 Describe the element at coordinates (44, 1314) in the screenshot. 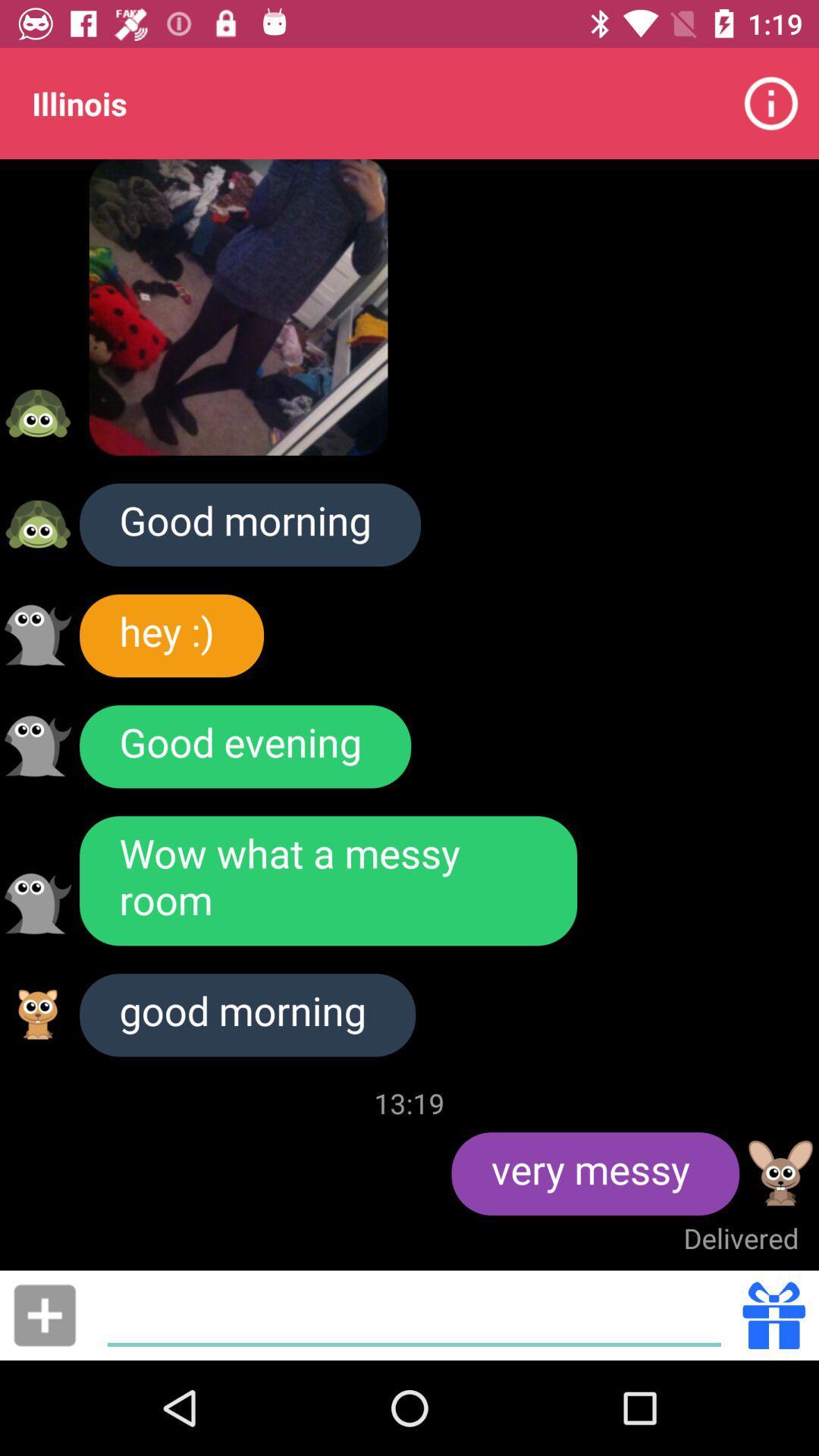

I see `feature` at that location.